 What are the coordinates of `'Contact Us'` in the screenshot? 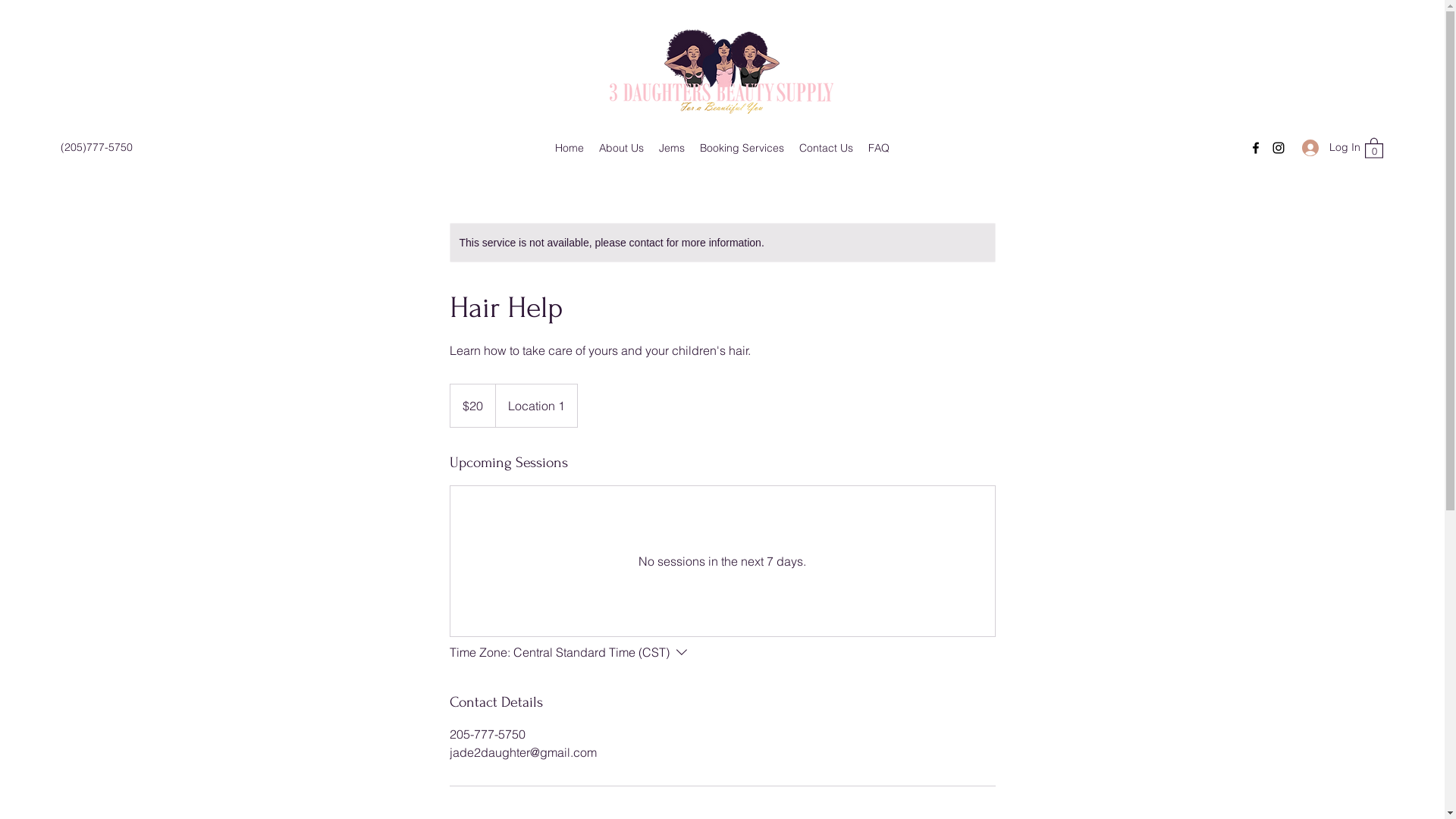 It's located at (825, 148).